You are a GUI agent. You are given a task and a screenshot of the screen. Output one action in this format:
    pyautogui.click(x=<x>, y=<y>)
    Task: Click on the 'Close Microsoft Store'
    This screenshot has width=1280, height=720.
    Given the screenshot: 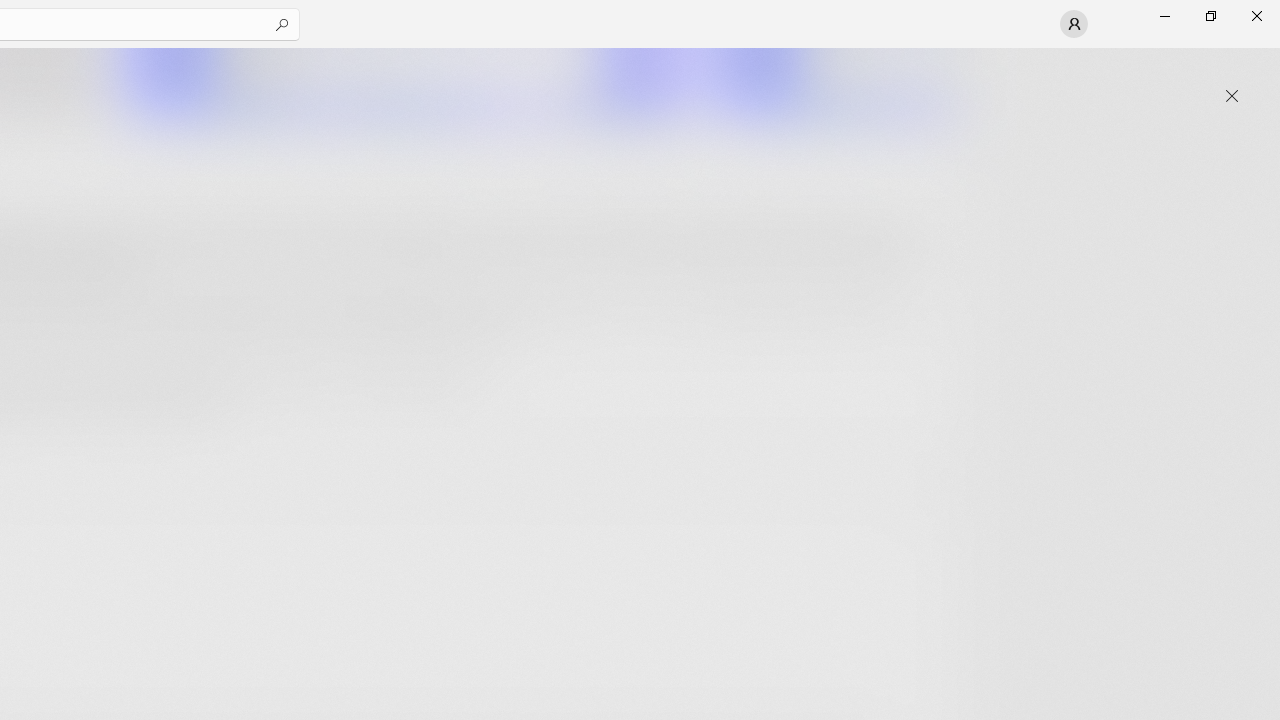 What is the action you would take?
    pyautogui.click(x=1255, y=15)
    